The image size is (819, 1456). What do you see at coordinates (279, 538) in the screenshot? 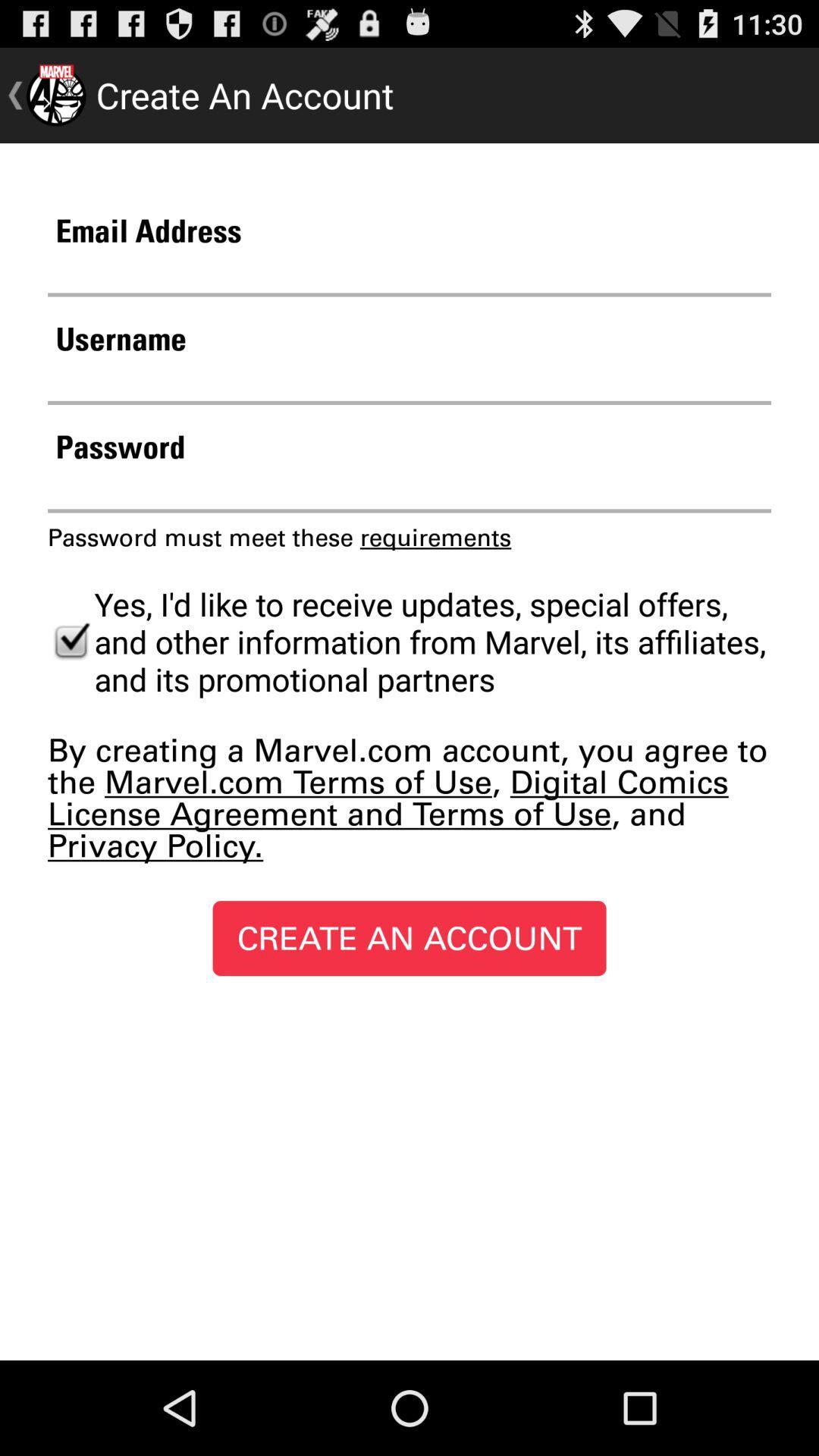
I see `the immediate statement under the password field` at bounding box center [279, 538].